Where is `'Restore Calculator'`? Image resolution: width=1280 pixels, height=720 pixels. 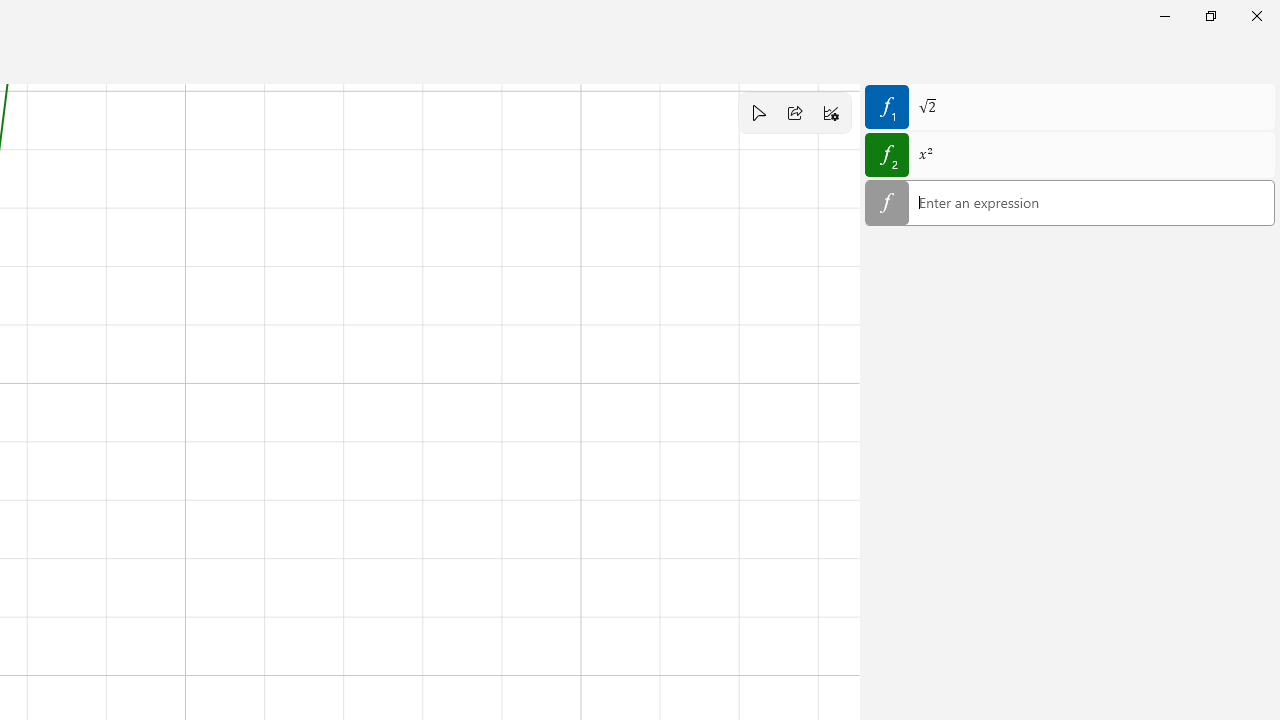
'Restore Calculator' is located at coordinates (1209, 15).